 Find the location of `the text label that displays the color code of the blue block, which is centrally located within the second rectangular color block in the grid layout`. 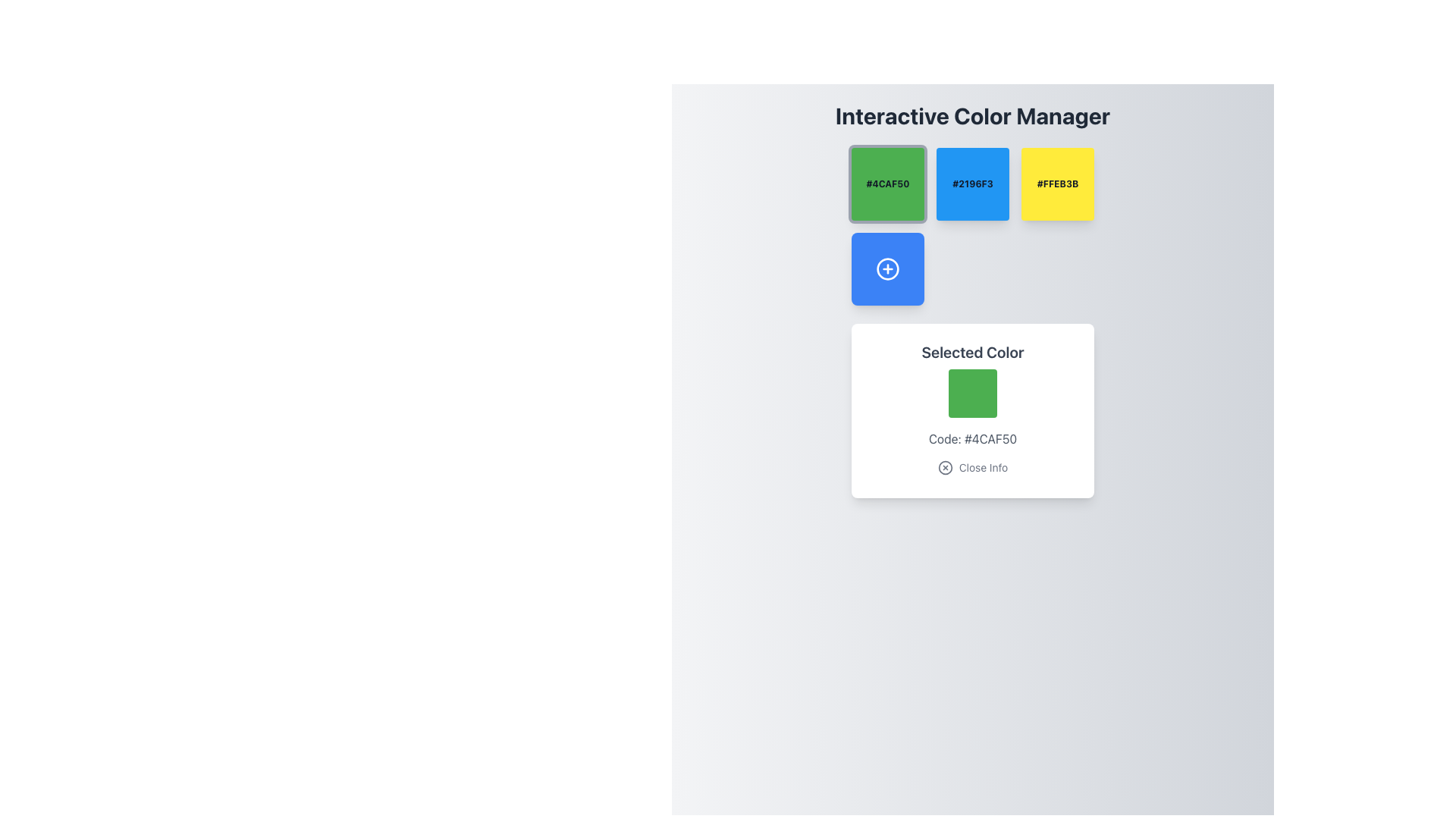

the text label that displays the color code of the blue block, which is centrally located within the second rectangular color block in the grid layout is located at coordinates (972, 184).